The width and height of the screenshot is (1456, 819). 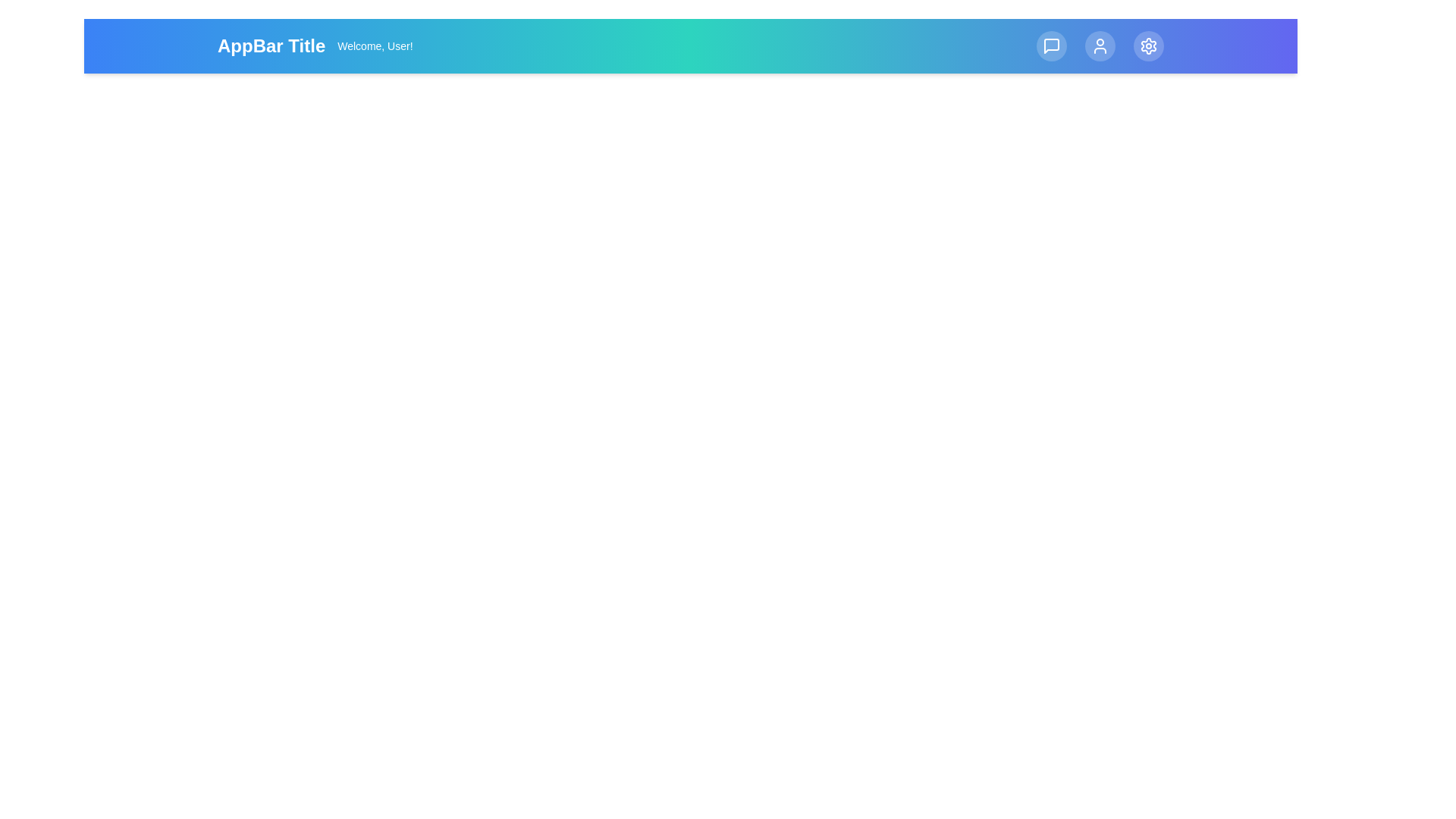 I want to click on the 'Messages' button, so click(x=1051, y=45).